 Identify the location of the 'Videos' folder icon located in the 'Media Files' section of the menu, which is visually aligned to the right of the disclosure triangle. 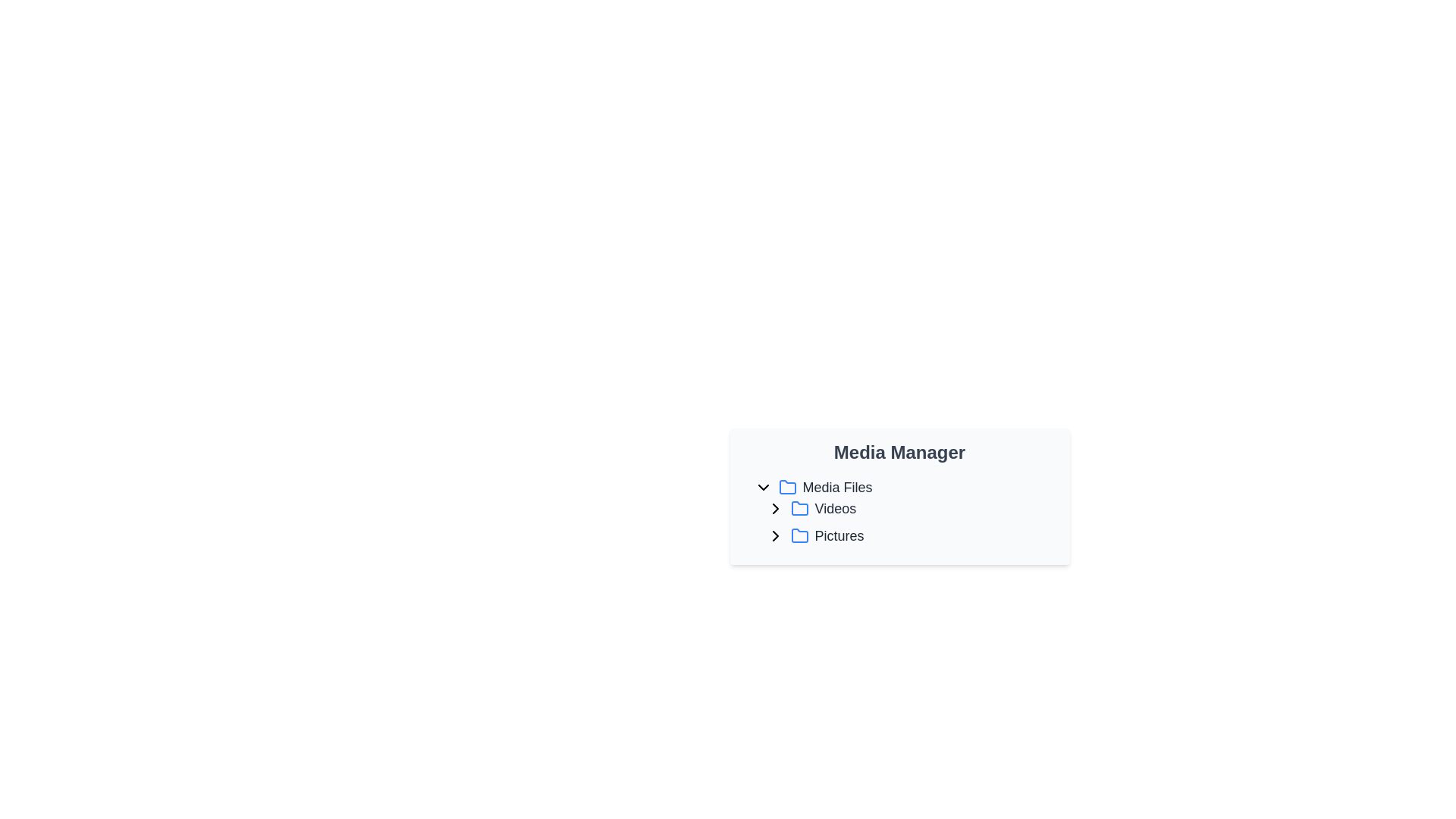
(799, 508).